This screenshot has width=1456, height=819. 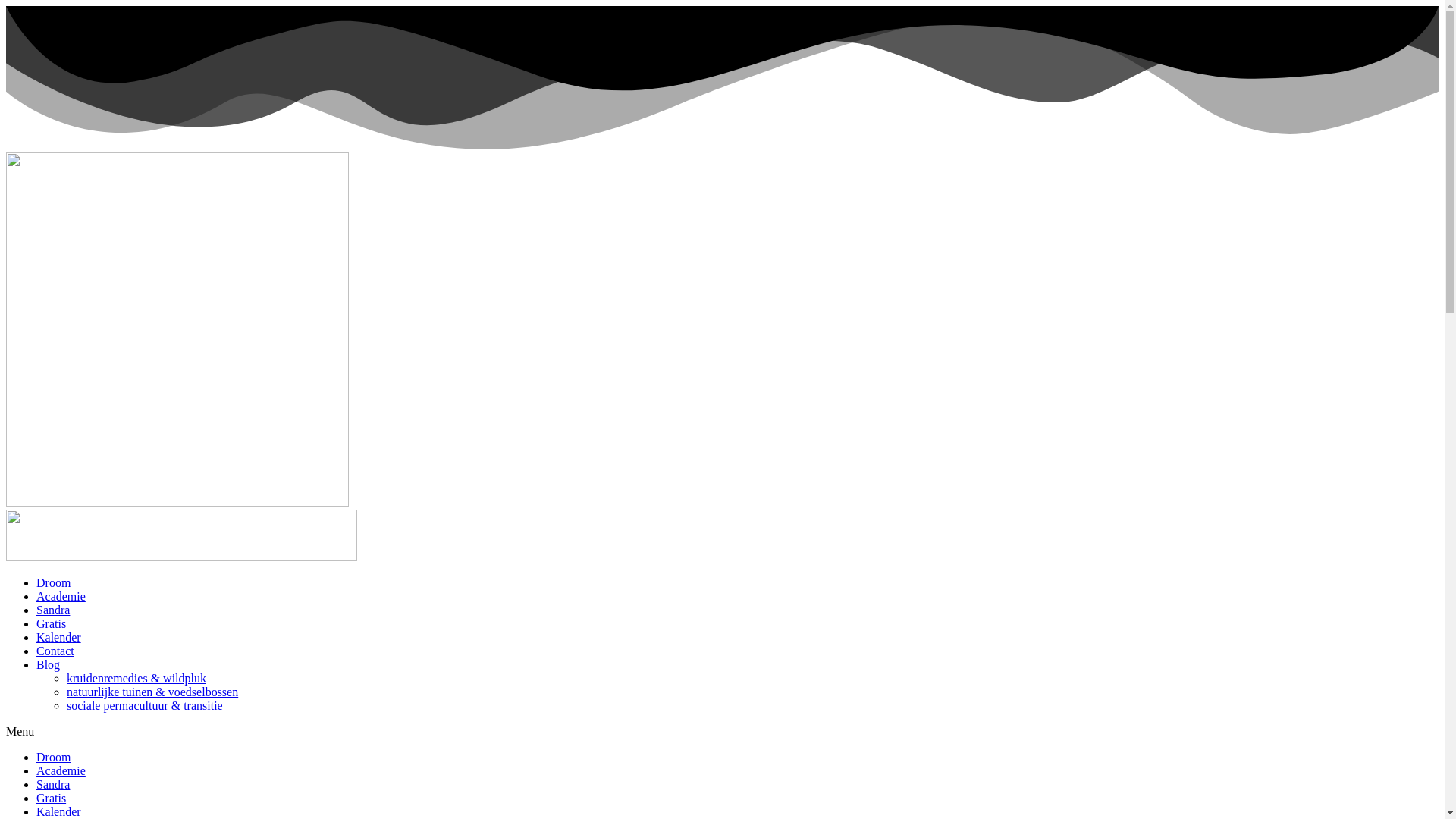 I want to click on 'Droom', so click(x=53, y=582).